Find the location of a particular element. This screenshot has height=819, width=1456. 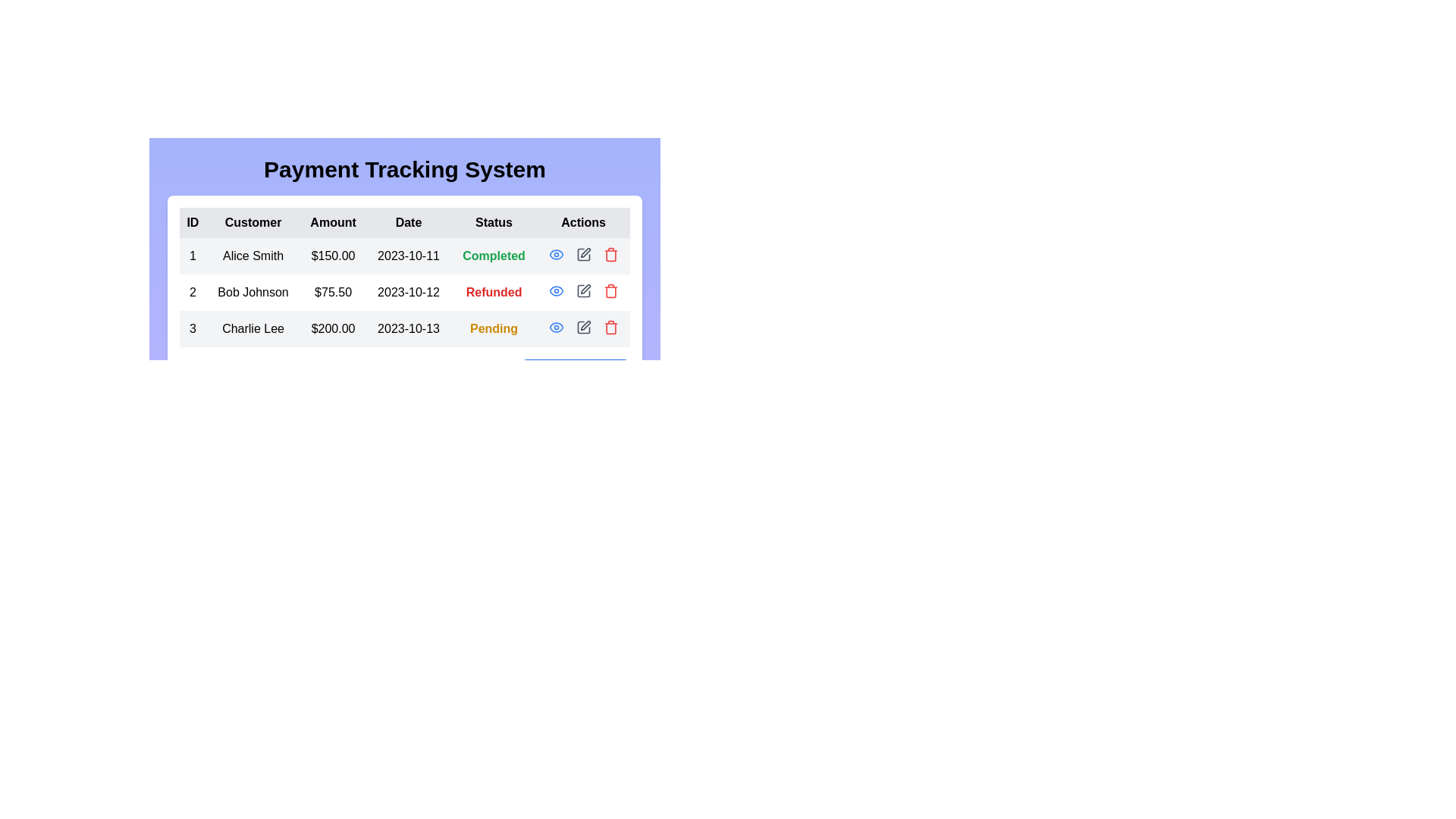

text content of the third row in the 'Payment Tracking System' table, which displays details about a specific transaction is located at coordinates (404, 328).